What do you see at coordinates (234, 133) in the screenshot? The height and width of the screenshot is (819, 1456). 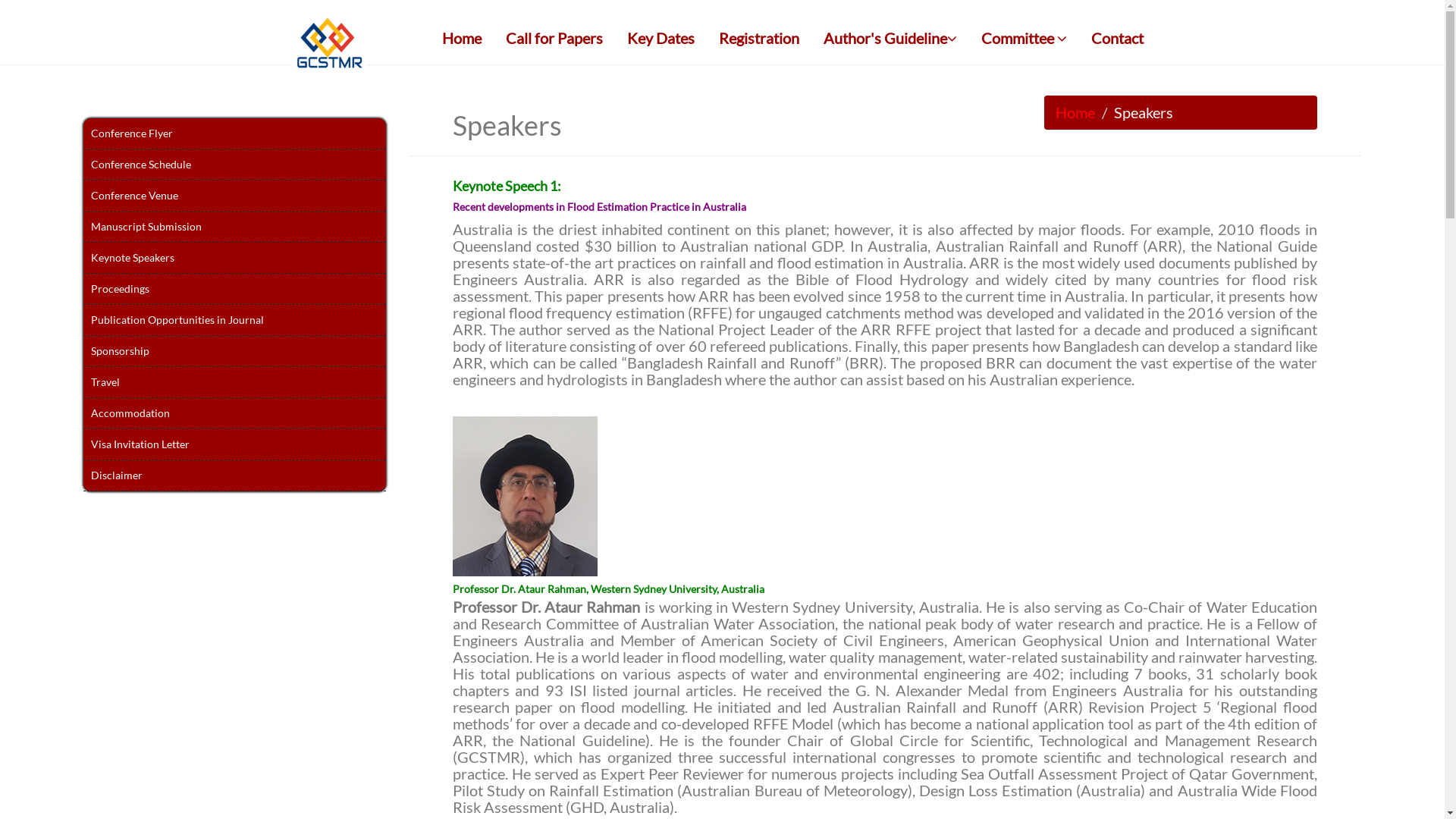 I see `'Conference Flyer'` at bounding box center [234, 133].